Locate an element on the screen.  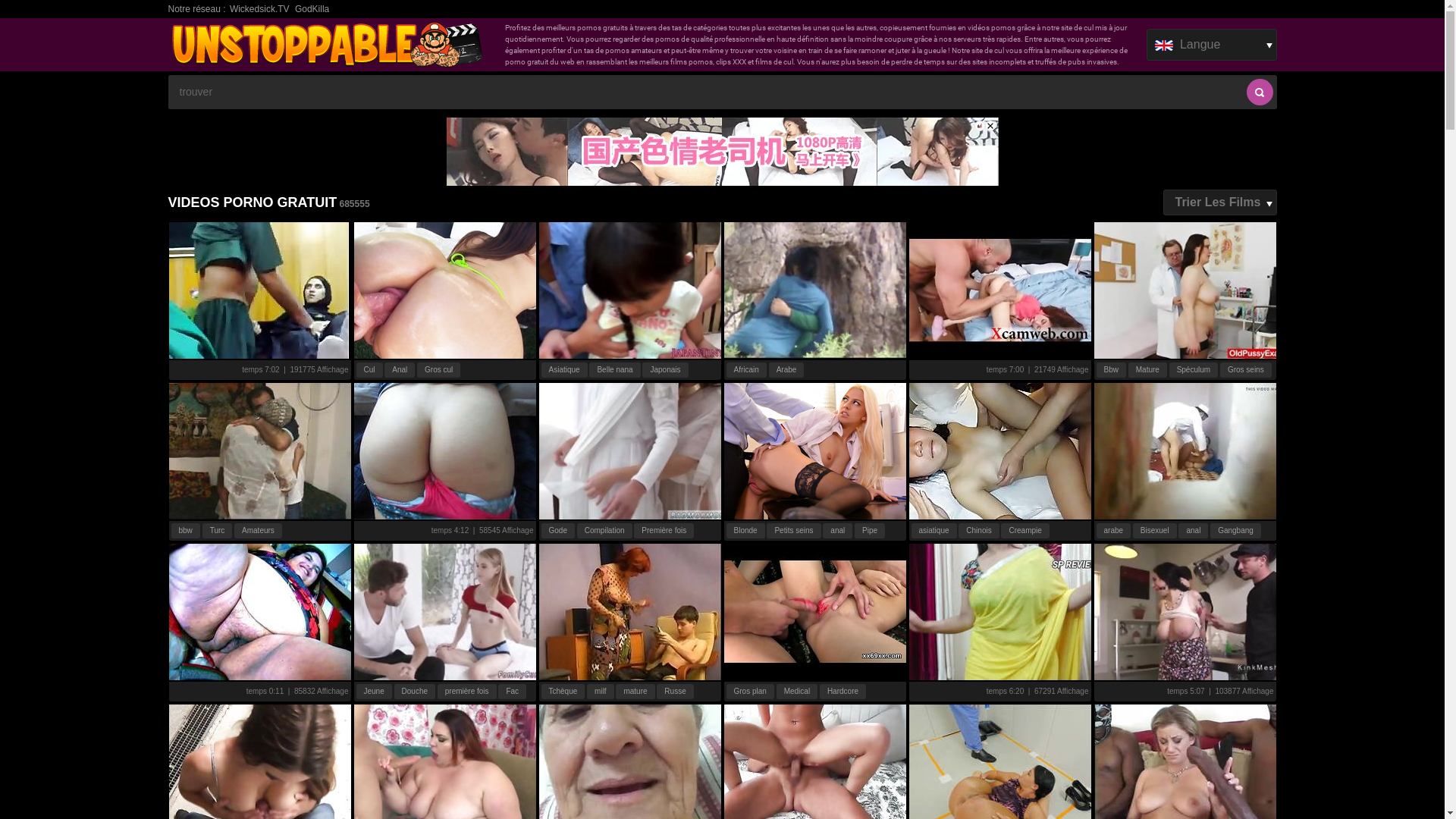
'Cul' is located at coordinates (369, 370).